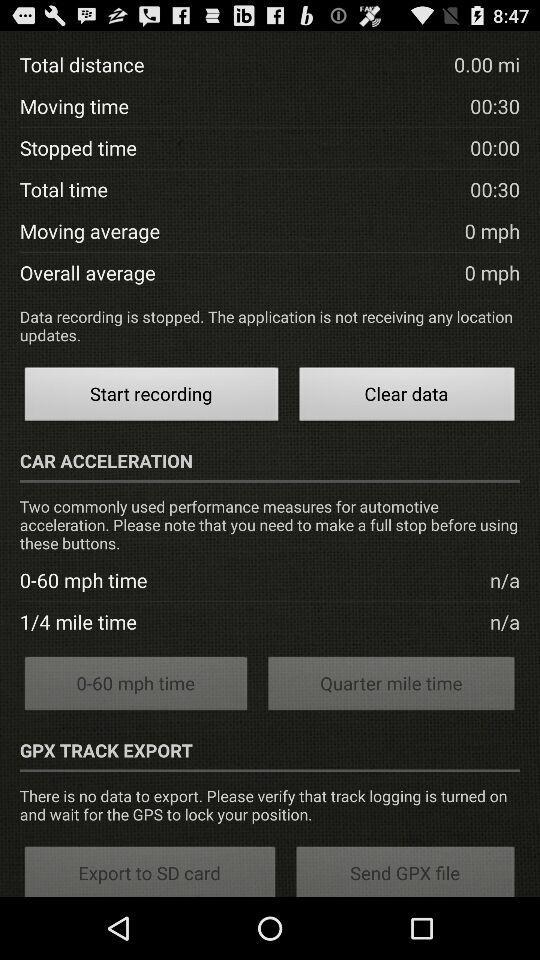 The image size is (540, 960). What do you see at coordinates (405, 869) in the screenshot?
I see `the icon below the there is no` at bounding box center [405, 869].